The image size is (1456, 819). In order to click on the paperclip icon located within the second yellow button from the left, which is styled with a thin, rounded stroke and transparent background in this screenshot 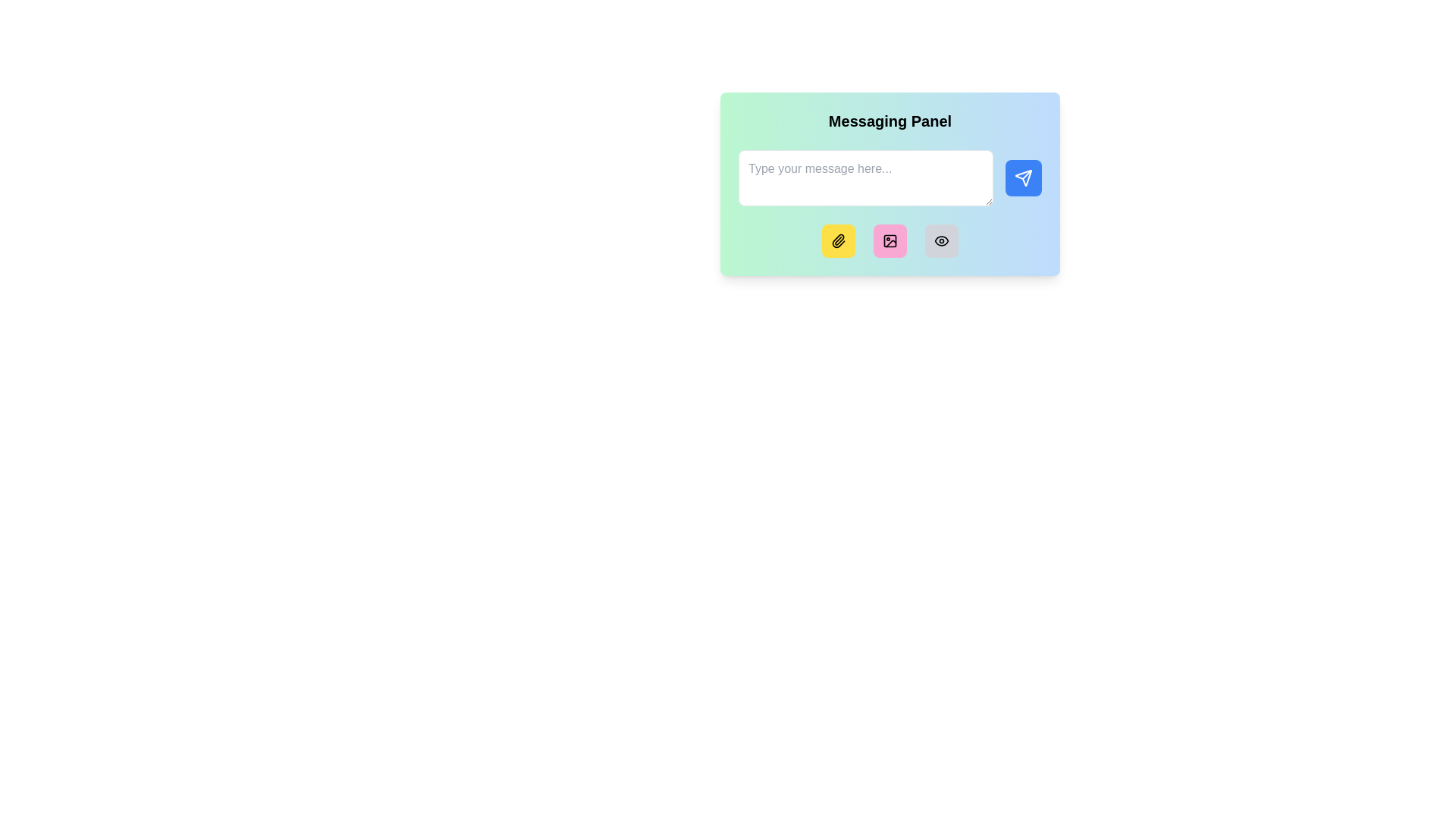, I will do `click(837, 240)`.